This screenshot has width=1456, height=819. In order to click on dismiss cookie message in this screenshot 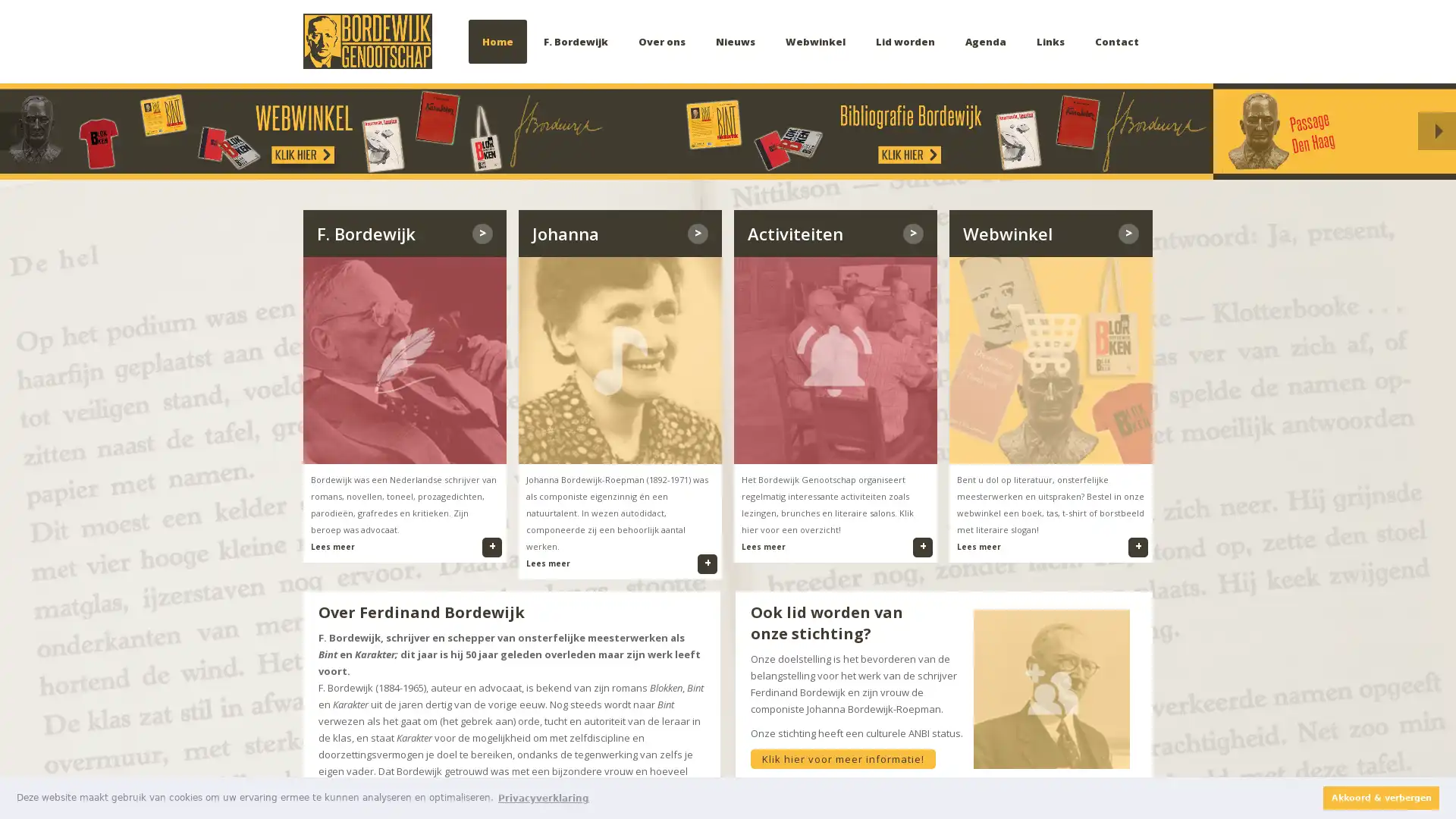, I will do `click(1381, 797)`.